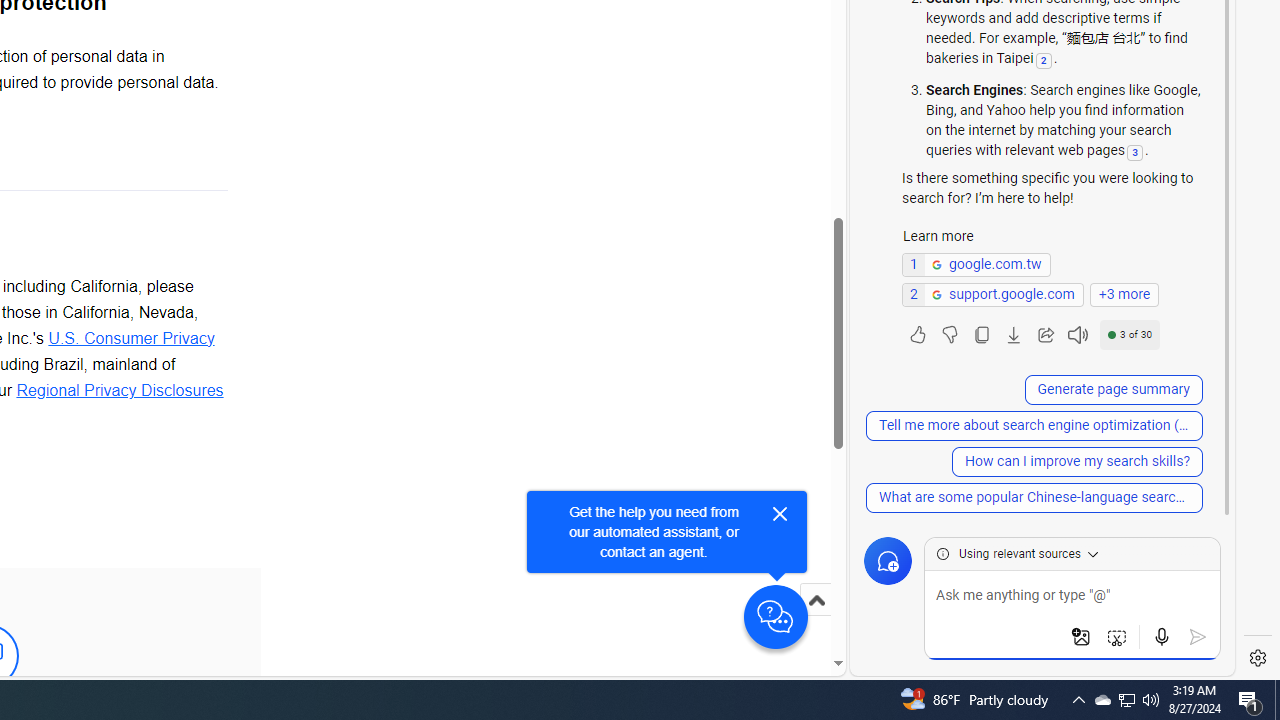 Image resolution: width=1280 pixels, height=720 pixels. What do you see at coordinates (816, 620) in the screenshot?
I see `'Scroll to top'` at bounding box center [816, 620].